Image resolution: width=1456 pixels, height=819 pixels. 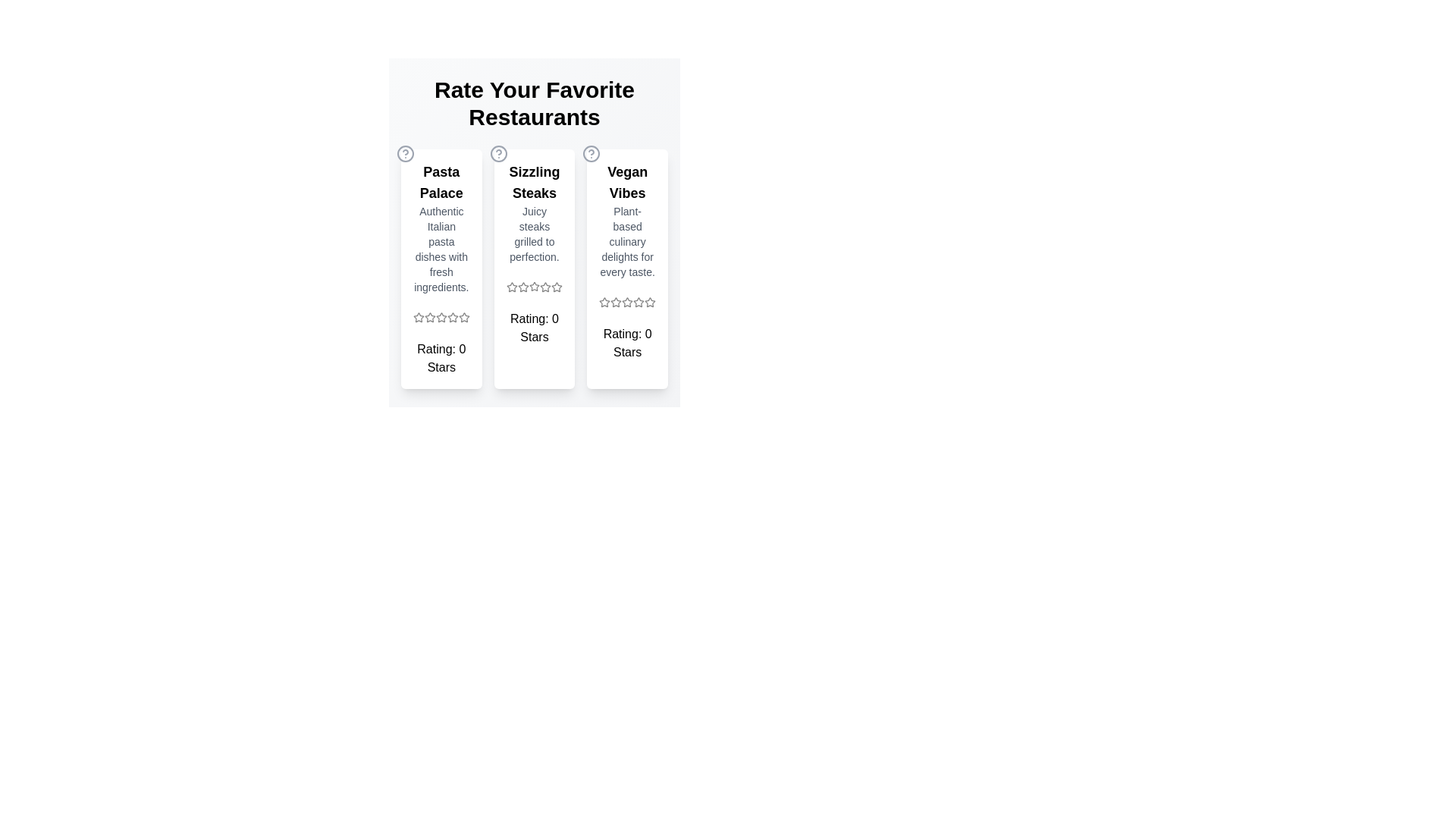 What do you see at coordinates (440, 268) in the screenshot?
I see `the restaurant card for Pasta Palace to read its description` at bounding box center [440, 268].